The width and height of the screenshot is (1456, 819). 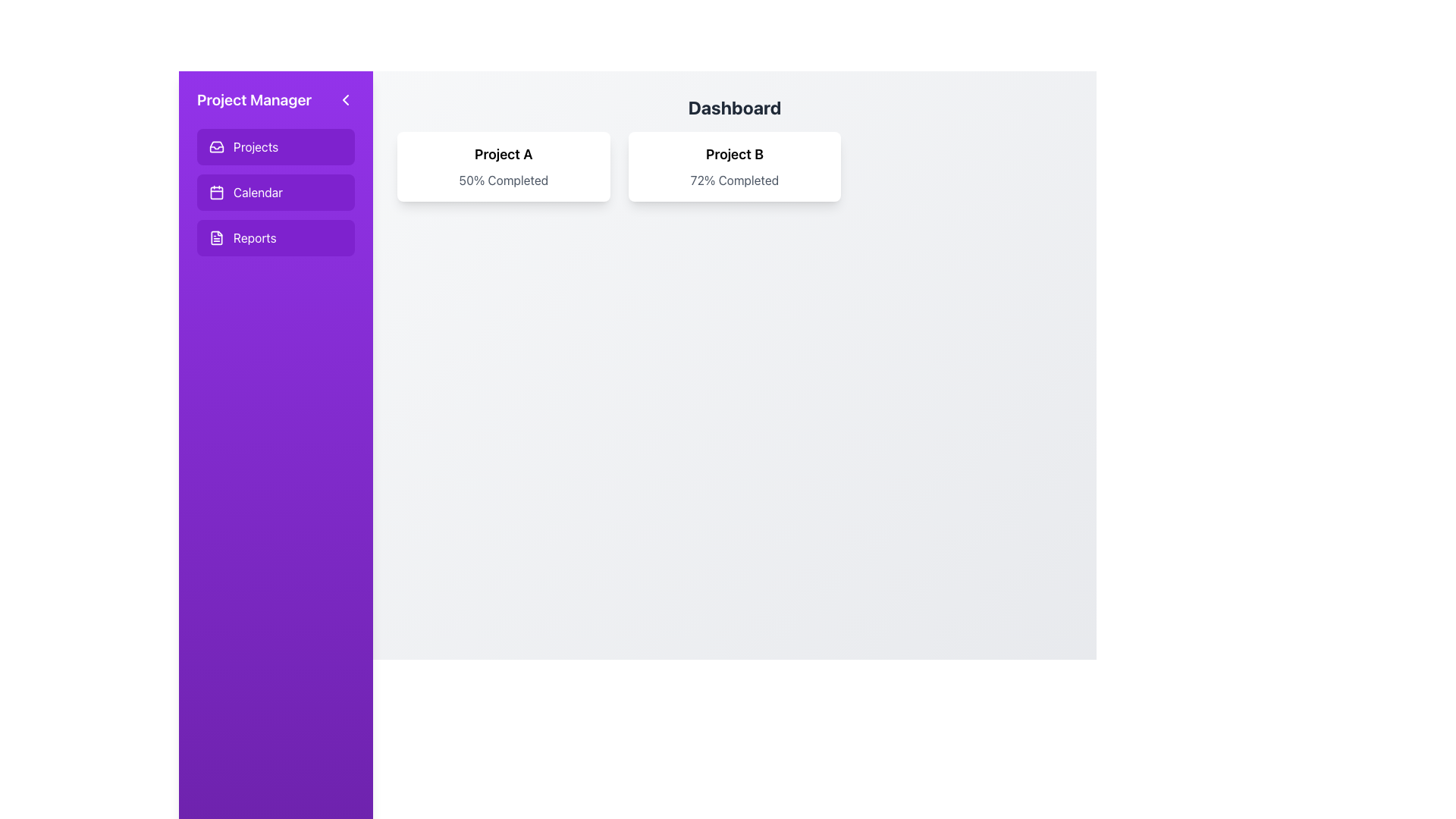 I want to click on the inbox icon represented as a stylized outline of a box with an open lid, located in the 'Projects' button on the left sidebar, so click(x=216, y=146).